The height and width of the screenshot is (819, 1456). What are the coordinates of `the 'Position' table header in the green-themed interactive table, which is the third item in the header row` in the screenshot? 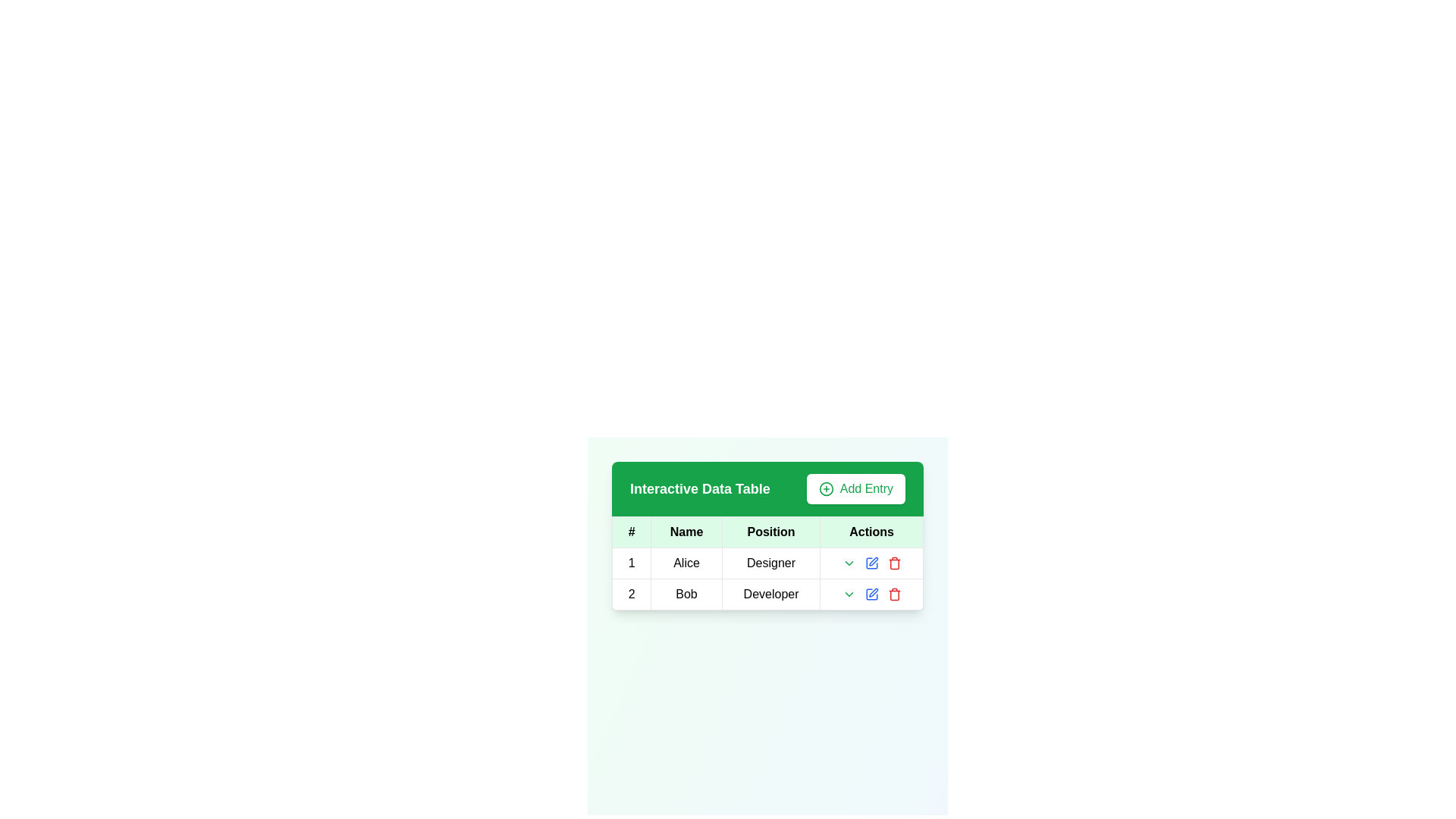 It's located at (767, 532).